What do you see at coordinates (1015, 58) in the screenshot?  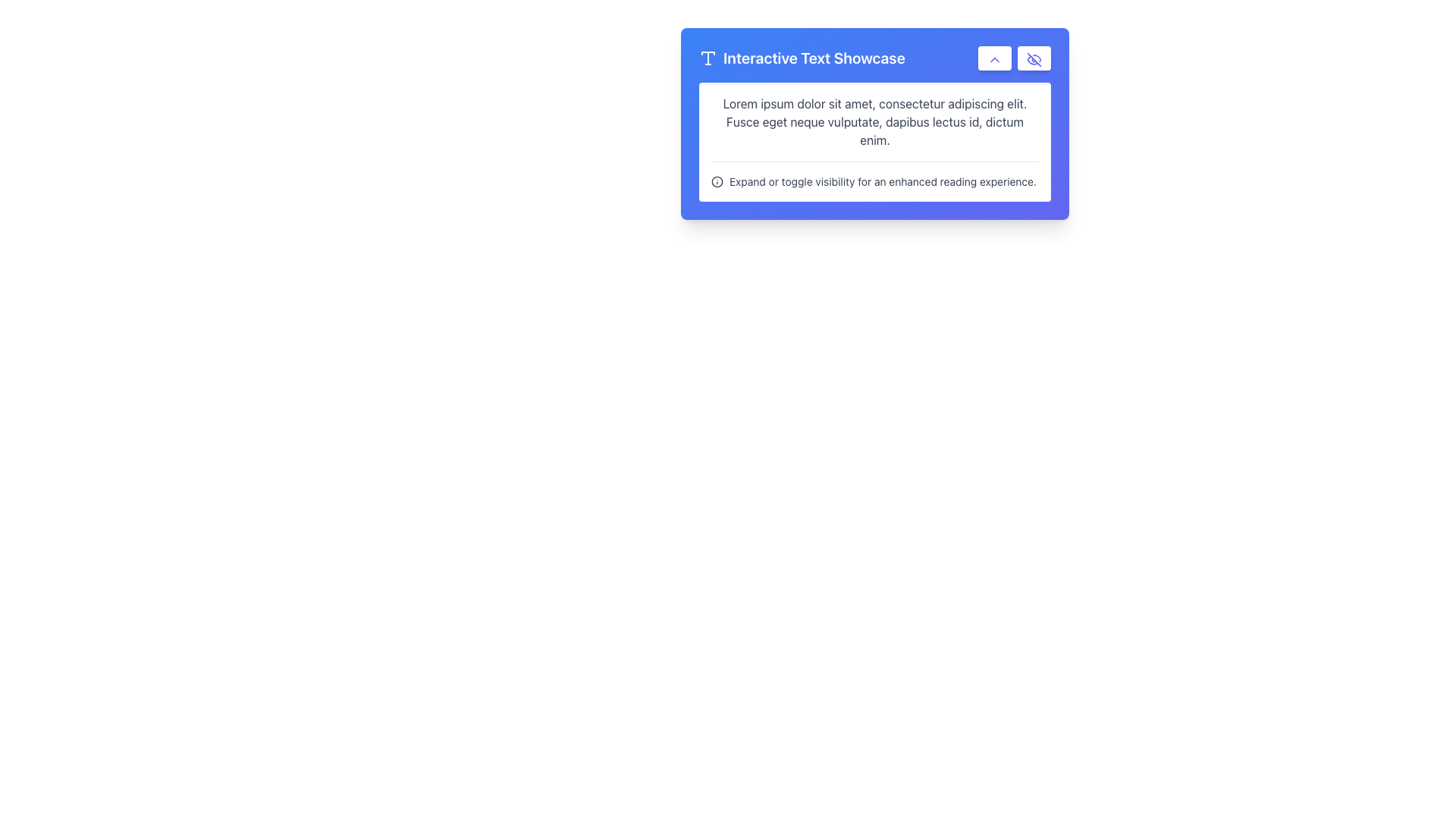 I see `the eye symbol button with a slash through it in the Grouped interactive icons located in the upper-right corner of the 'Interactive Text Showcase' header section` at bounding box center [1015, 58].